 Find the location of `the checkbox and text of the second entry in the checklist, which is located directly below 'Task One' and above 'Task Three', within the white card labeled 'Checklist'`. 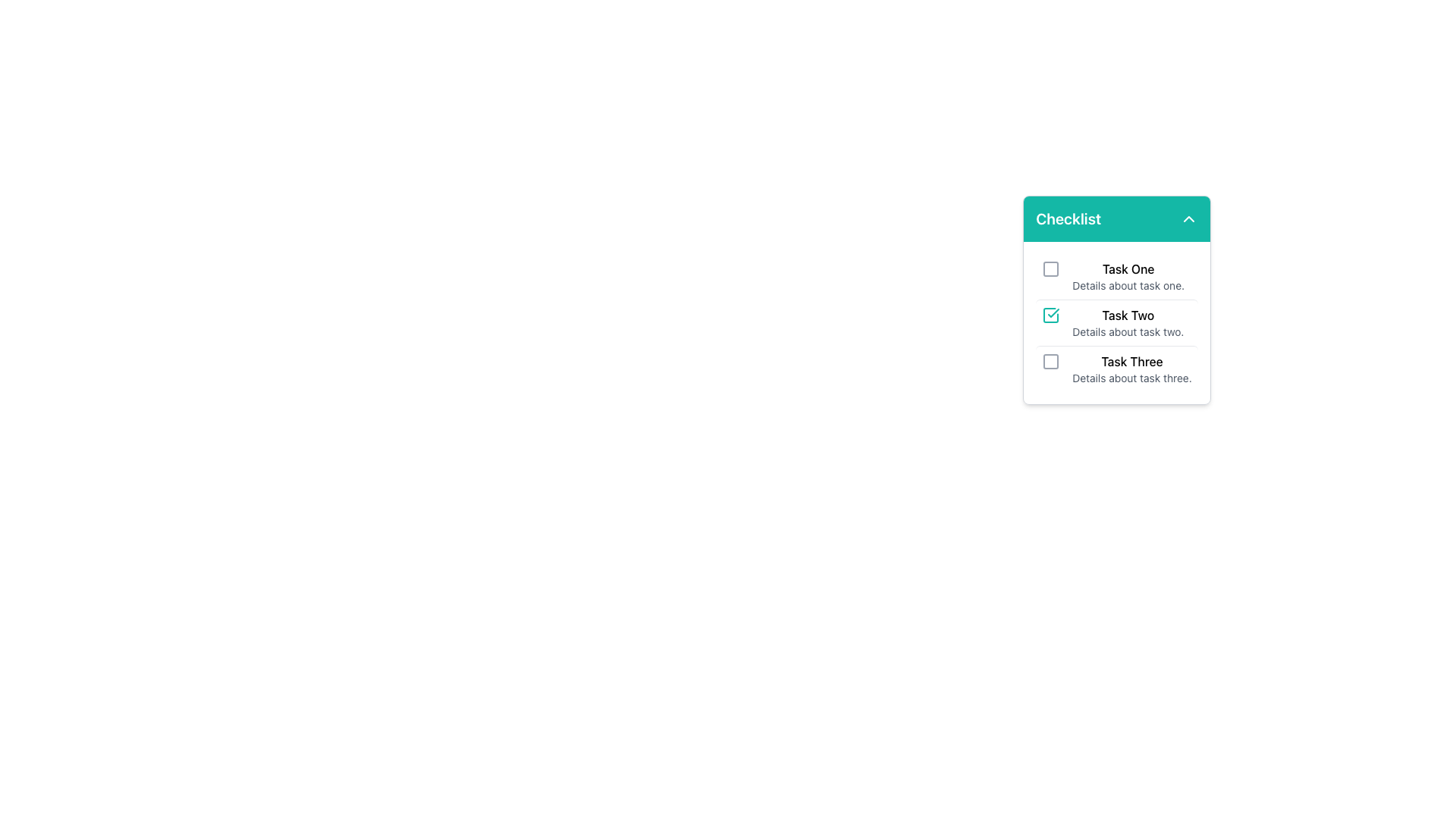

the checkbox and text of the second entry in the checklist, which is located directly below 'Task One' and above 'Task Three', within the white card labeled 'Checklist' is located at coordinates (1117, 321).